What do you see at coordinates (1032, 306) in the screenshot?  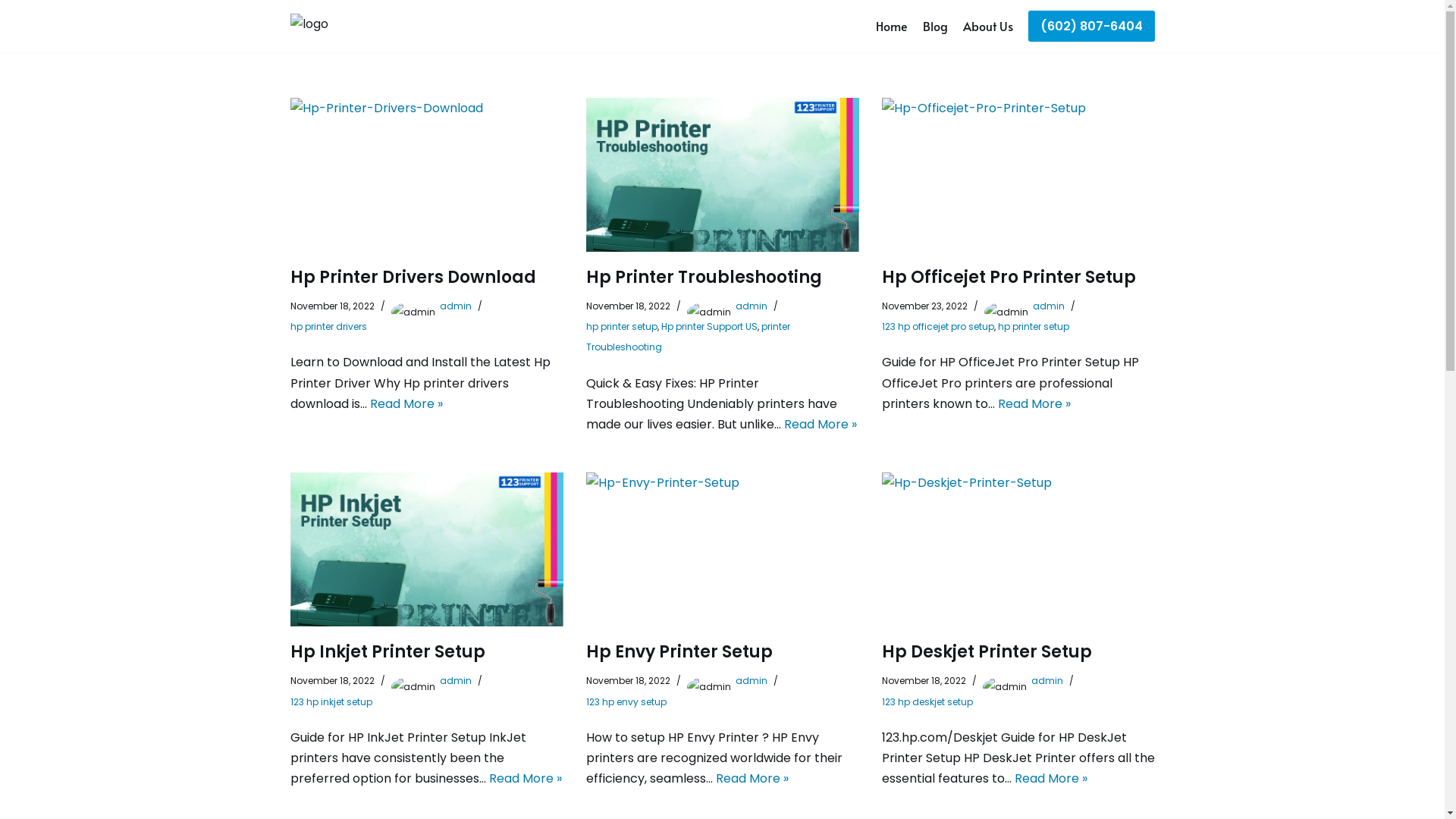 I see `'admin'` at bounding box center [1032, 306].